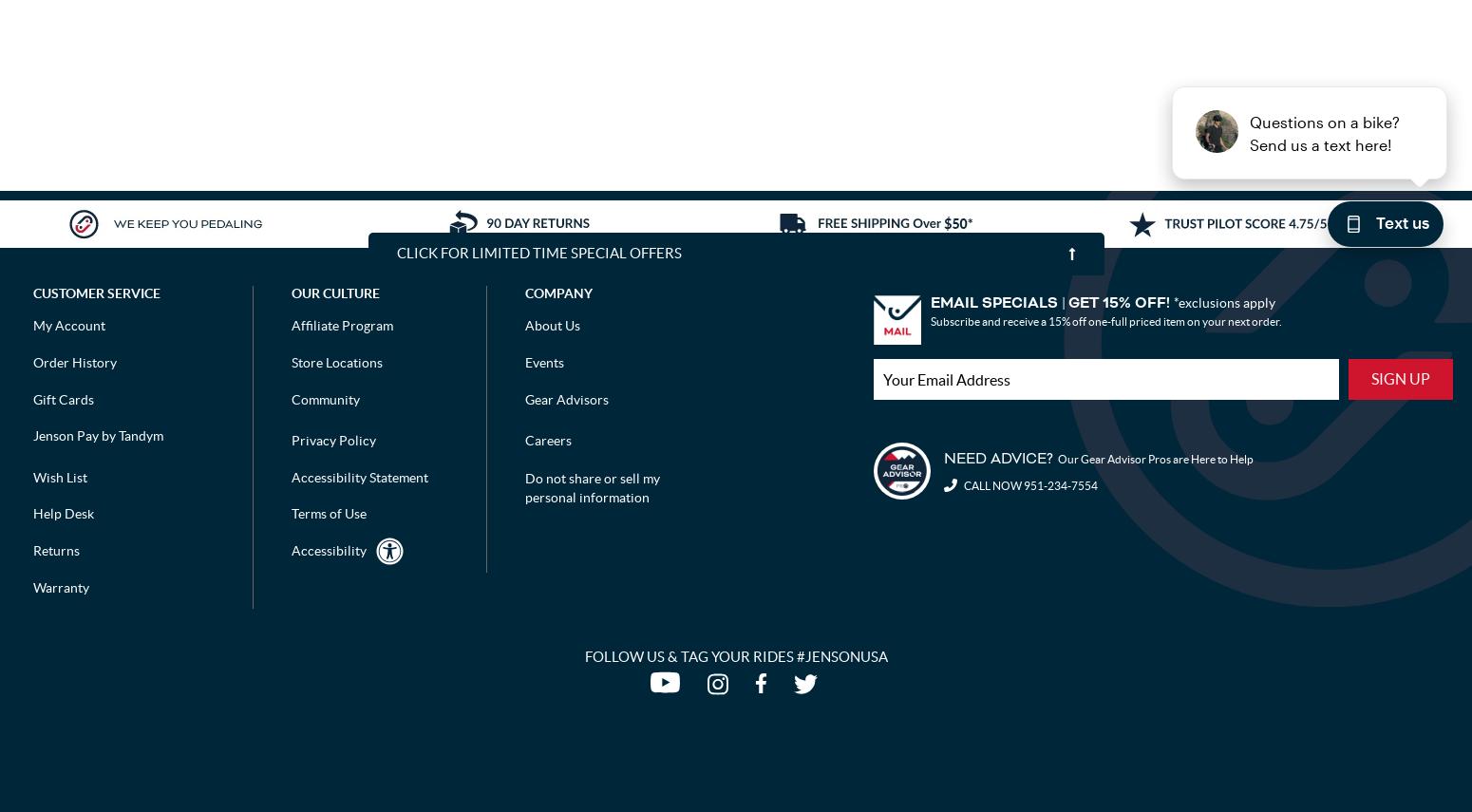 This screenshot has width=1472, height=812. What do you see at coordinates (1223, 302) in the screenshot?
I see `'*exclusions apply'` at bounding box center [1223, 302].